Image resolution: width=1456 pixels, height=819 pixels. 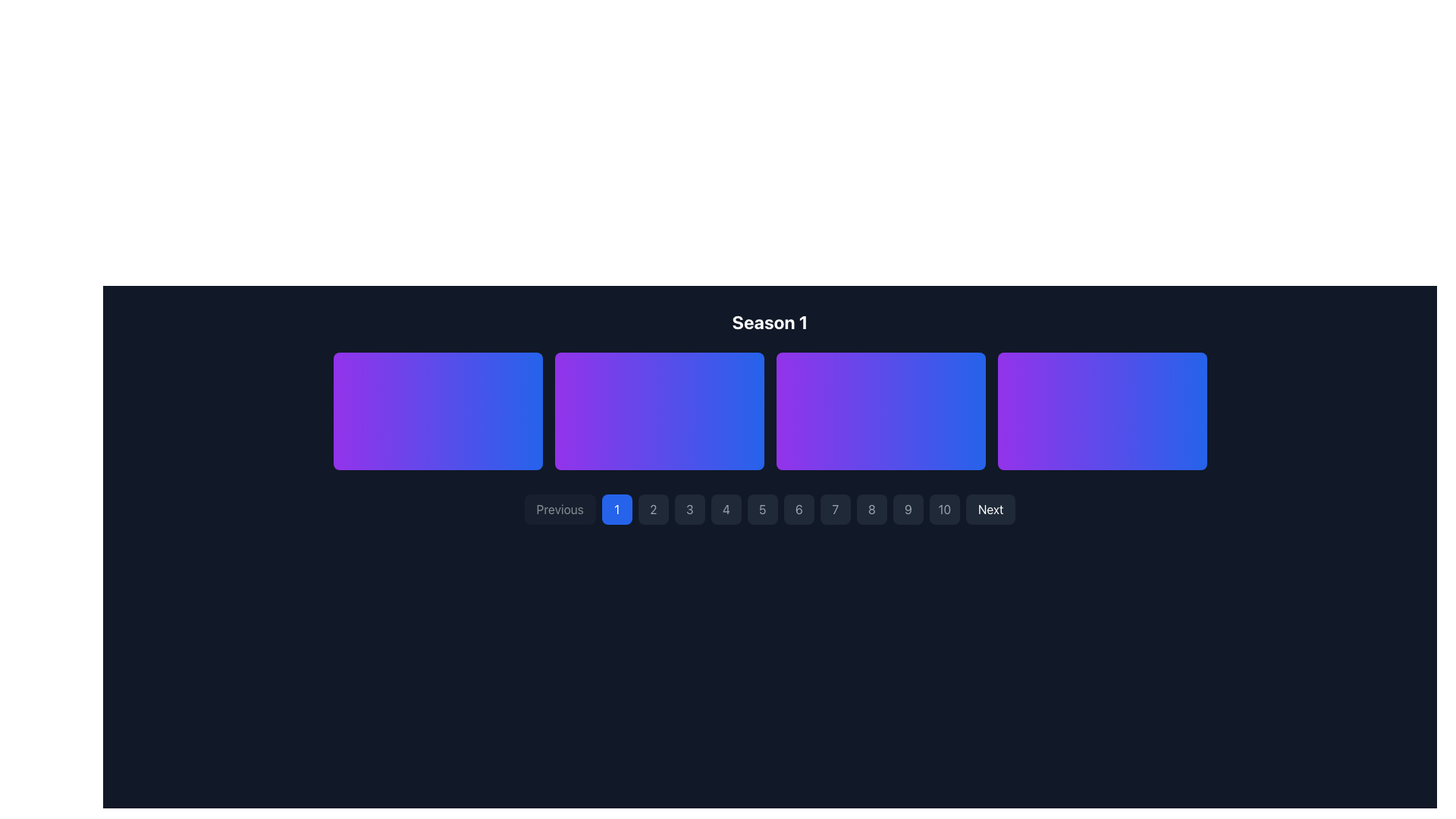 I want to click on the Text Label that serves as a heading for the season information section, located at the top center of the UI layout, so click(x=770, y=321).